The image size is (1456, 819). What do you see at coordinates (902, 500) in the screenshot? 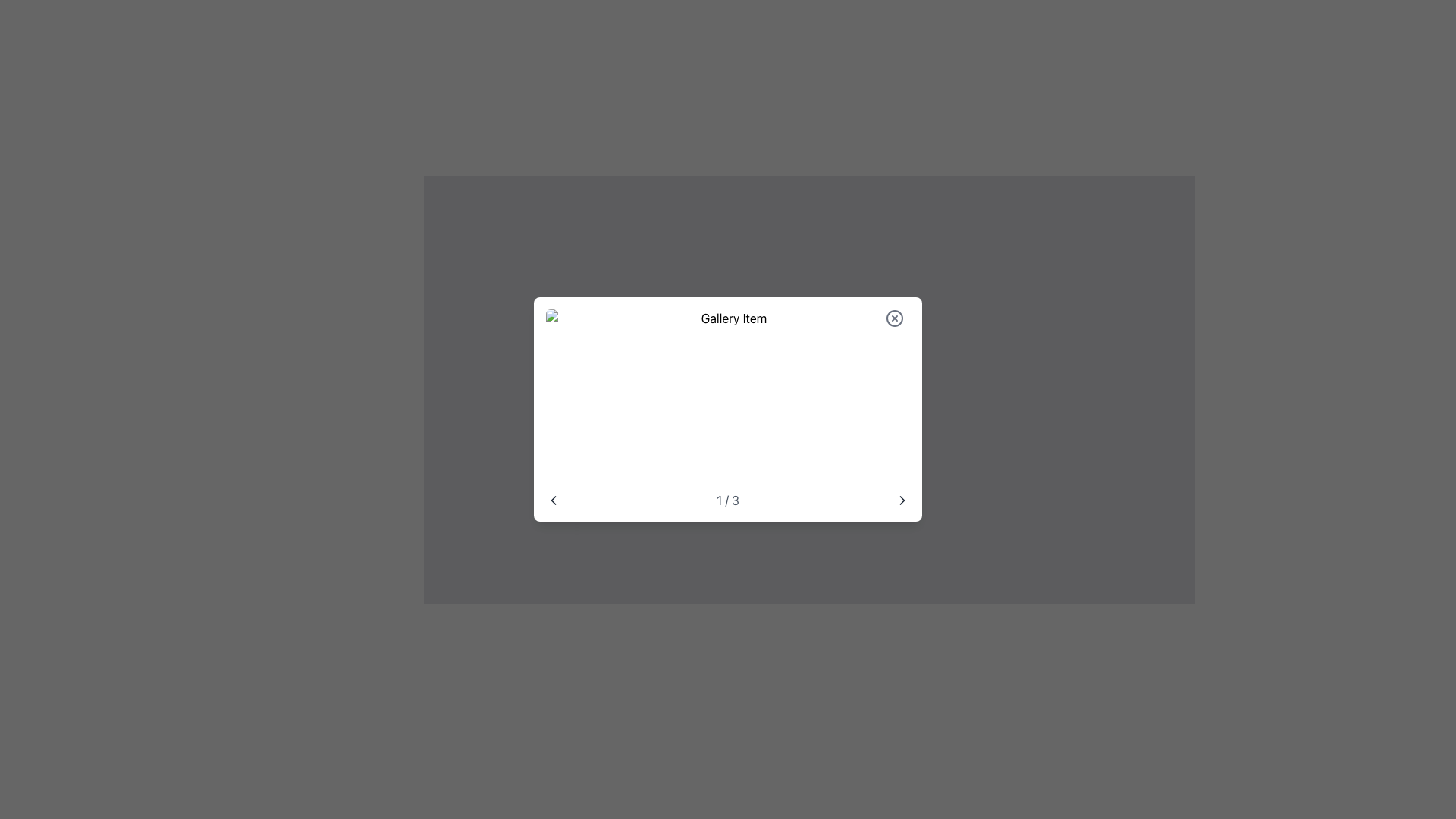
I see `the compact gray button with a right-pointing arrow located at the far right of the navigation section, adjacent to the pagination text` at bounding box center [902, 500].